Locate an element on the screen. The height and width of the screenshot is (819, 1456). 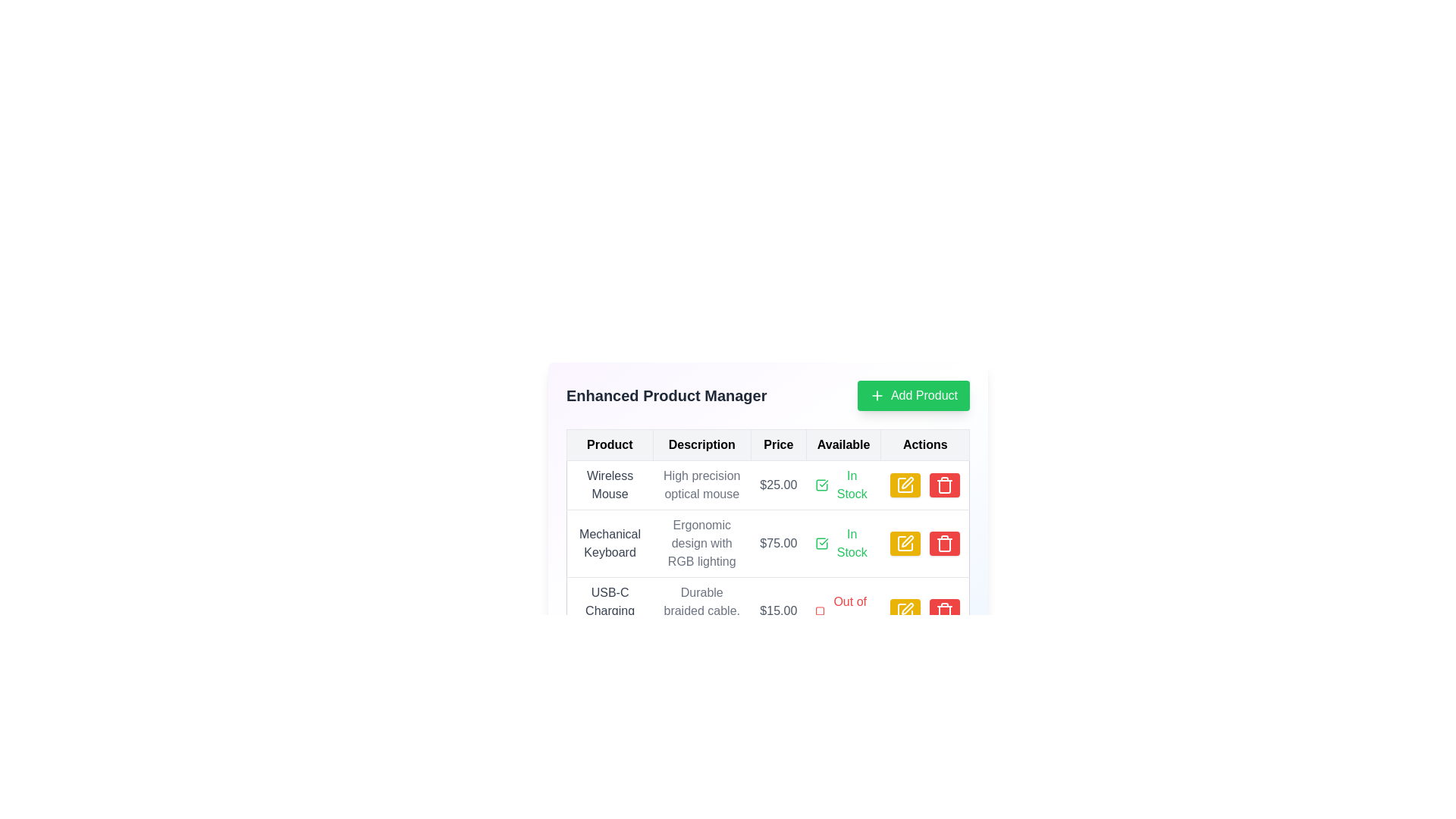
the 'Out of Stock' text label styled in red font with an adjacent small square icon, located in the 'Available' column of the third row in the product information table is located at coordinates (843, 610).